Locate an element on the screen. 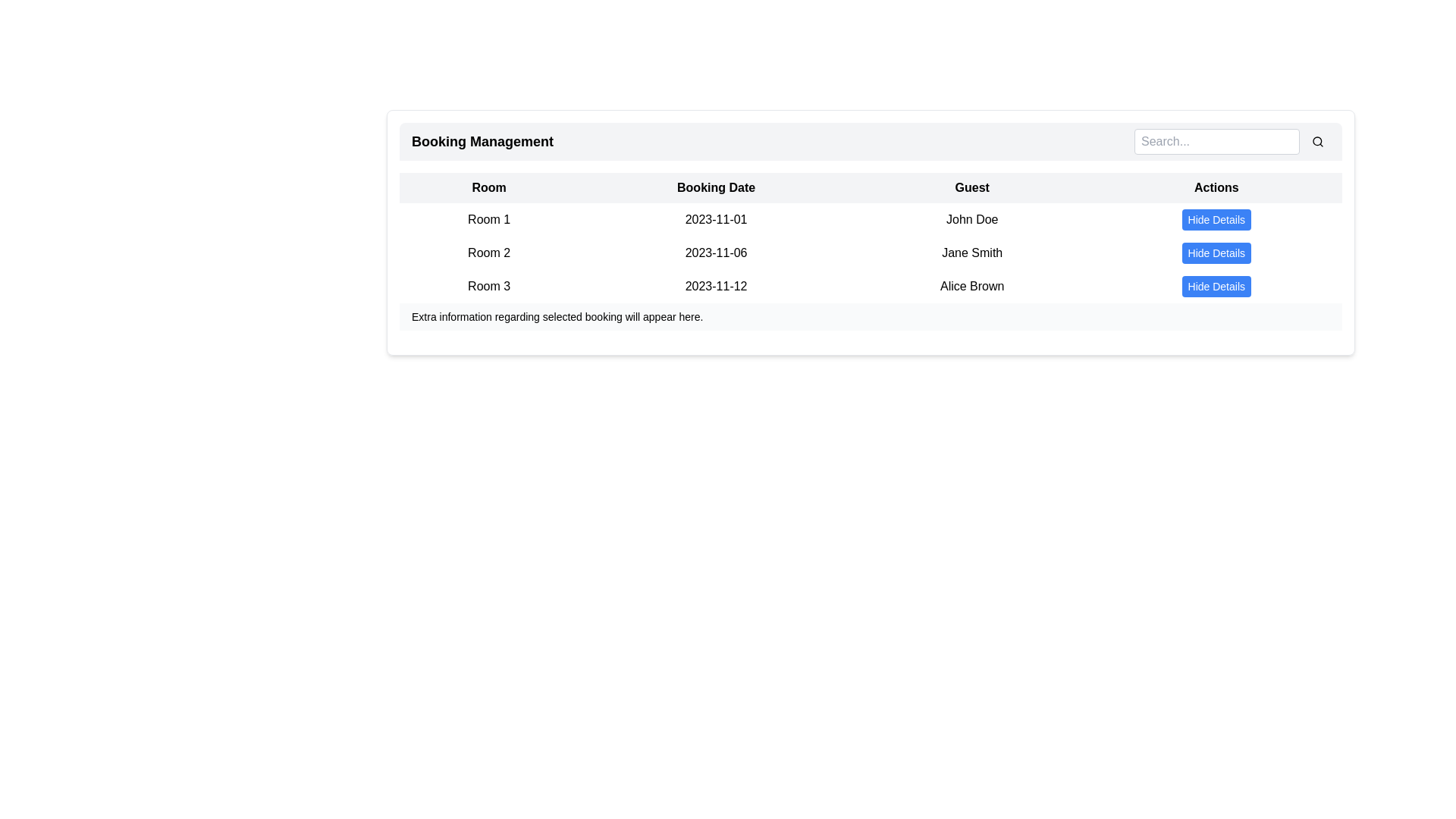 The image size is (1456, 819). the 'Booking Date' label, which is a bold text block centered in a light gray background within a table header, positioned between the 'Room' and 'Guest' columns is located at coordinates (715, 187).